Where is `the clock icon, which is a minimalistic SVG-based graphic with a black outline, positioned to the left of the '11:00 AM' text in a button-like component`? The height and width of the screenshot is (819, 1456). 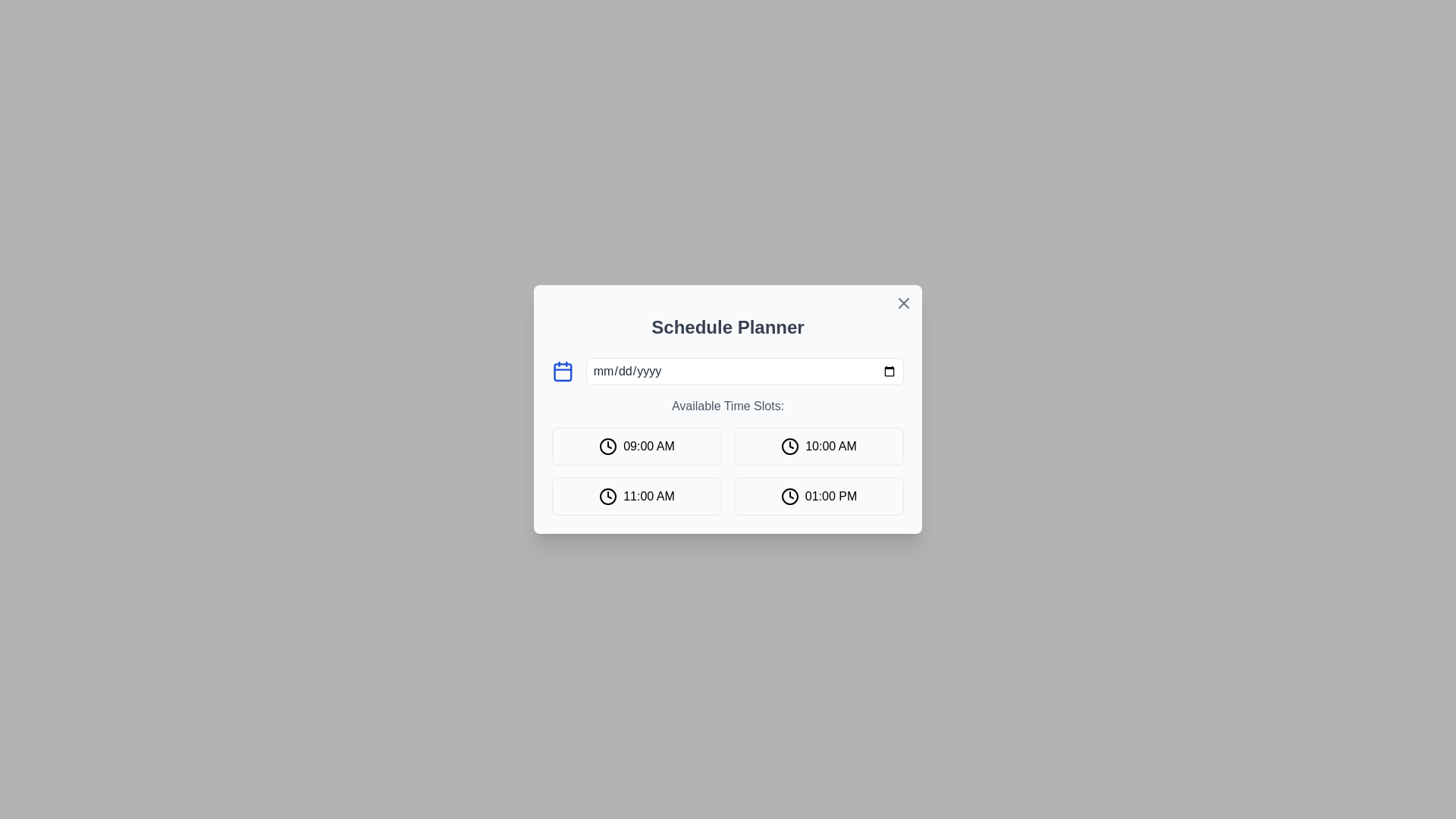
the clock icon, which is a minimalistic SVG-based graphic with a black outline, positioned to the left of the '11:00 AM' text in a button-like component is located at coordinates (608, 497).